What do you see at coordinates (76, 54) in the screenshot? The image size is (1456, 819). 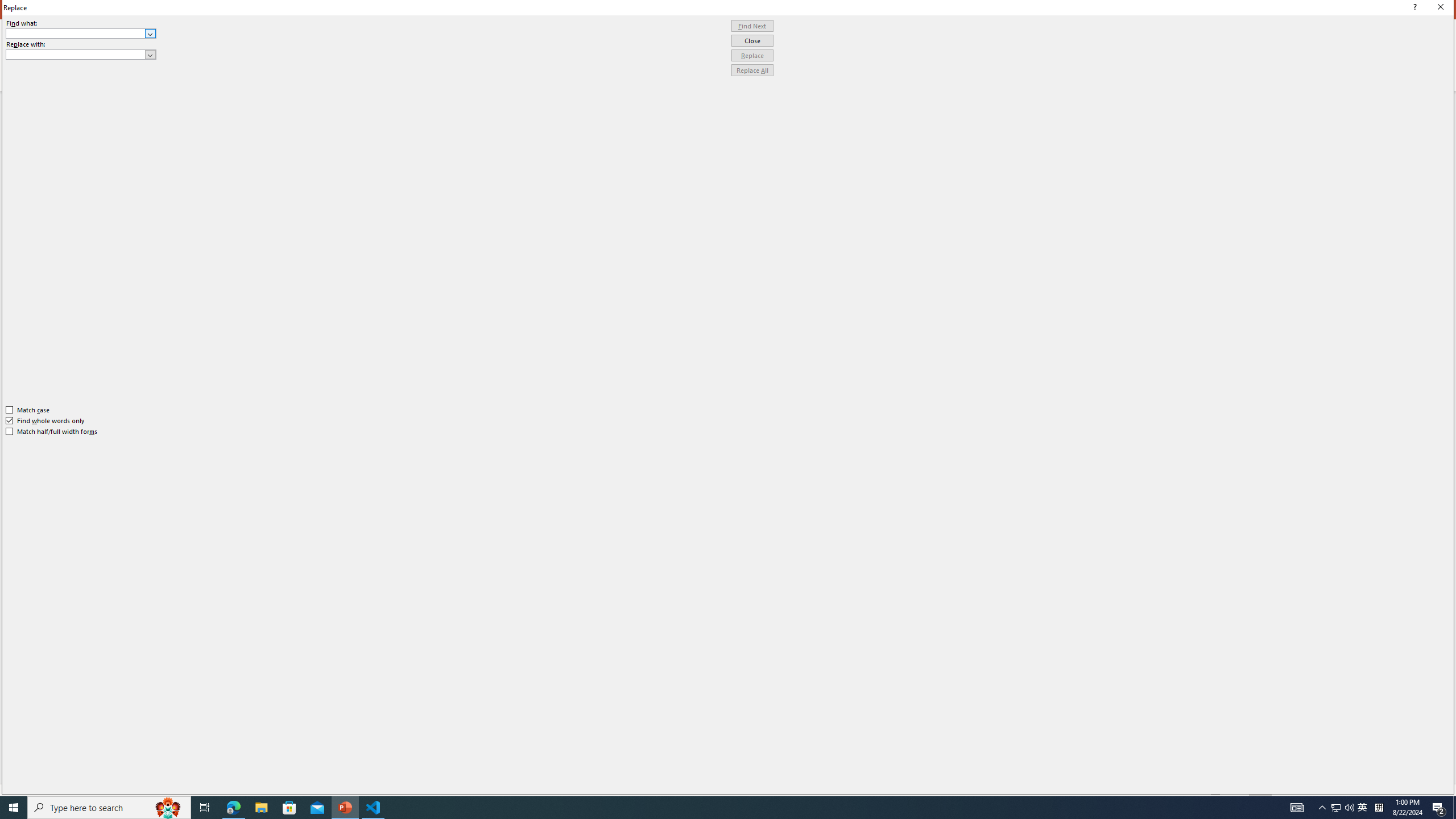 I see `'Replace with'` at bounding box center [76, 54].